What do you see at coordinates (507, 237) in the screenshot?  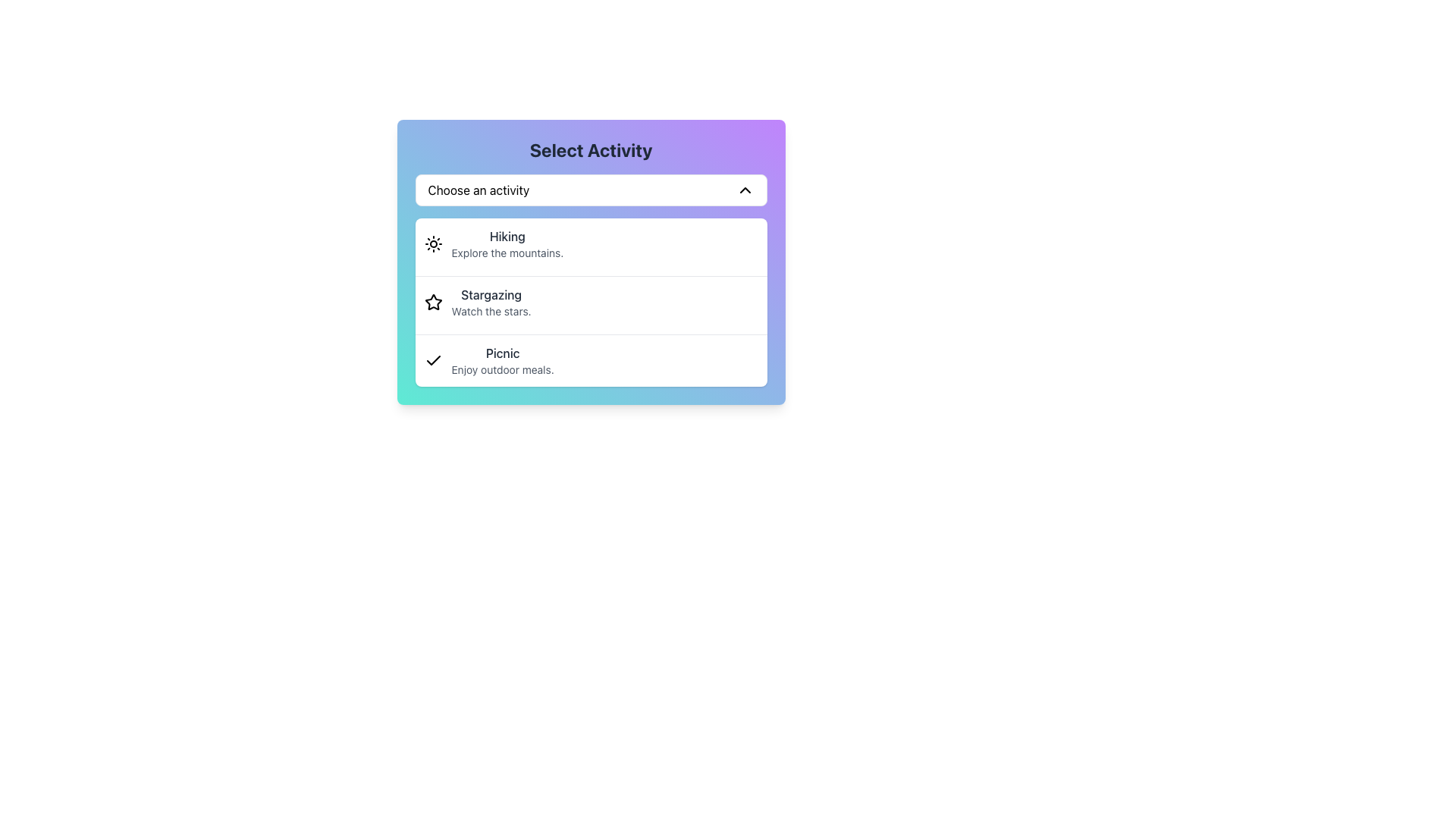 I see `the text label that says 'Hiking', which is styled with a medium font weight and dark gray color, located at the top of the activity selection menu` at bounding box center [507, 237].